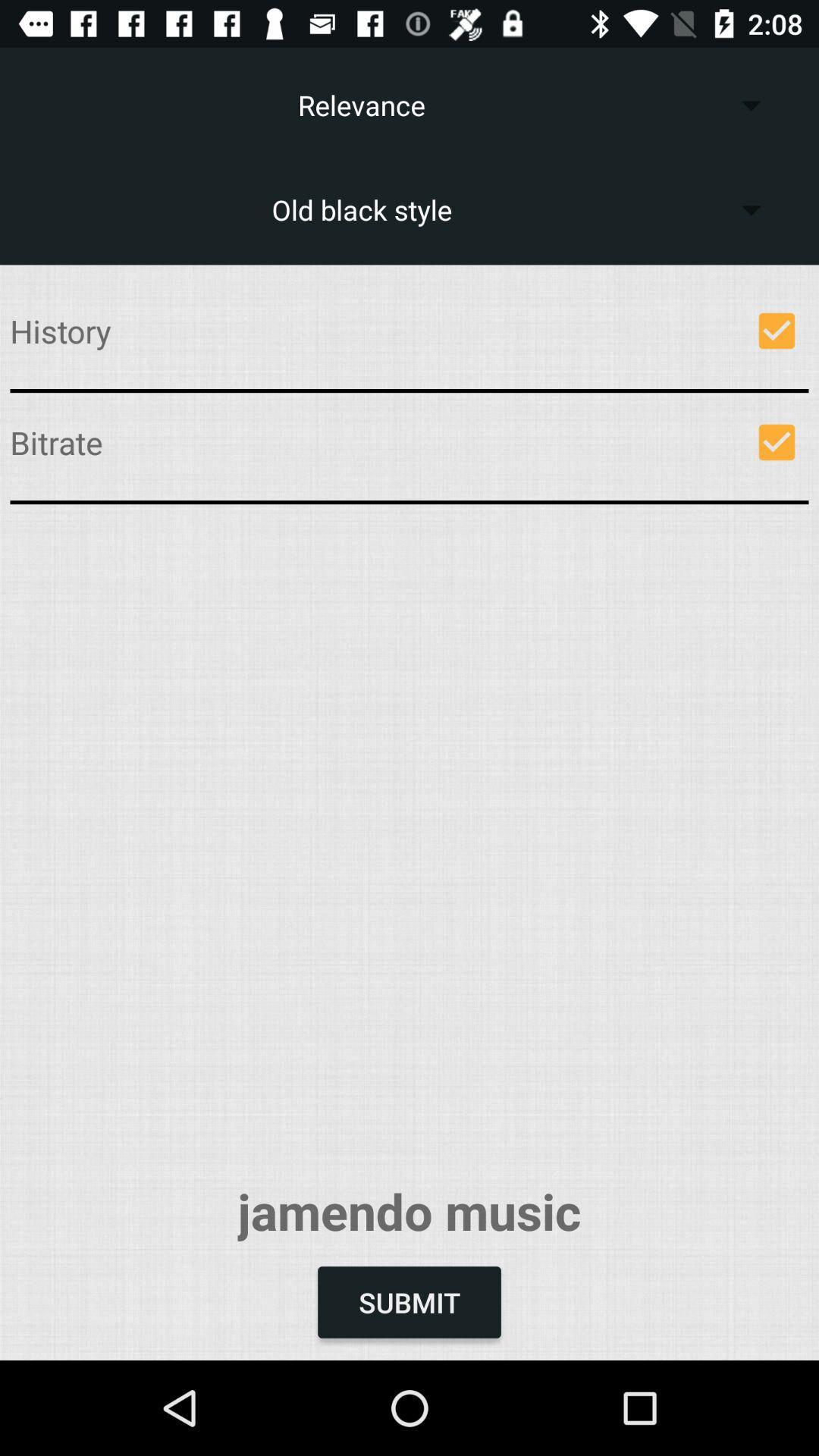 This screenshot has width=819, height=1456. What do you see at coordinates (777, 330) in the screenshot?
I see `the item to the right of the history item` at bounding box center [777, 330].